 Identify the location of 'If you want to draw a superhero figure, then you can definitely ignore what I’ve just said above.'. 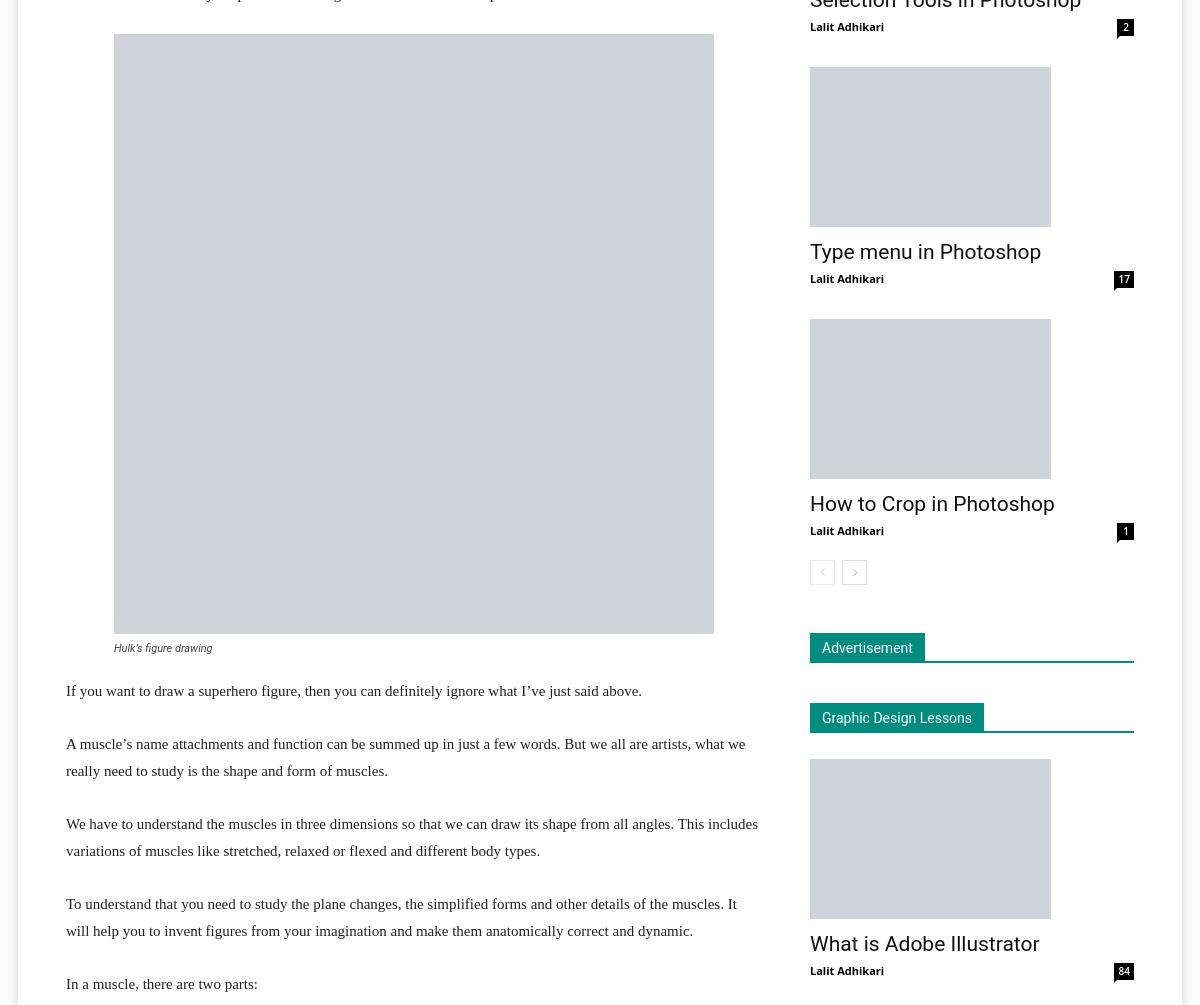
(354, 691).